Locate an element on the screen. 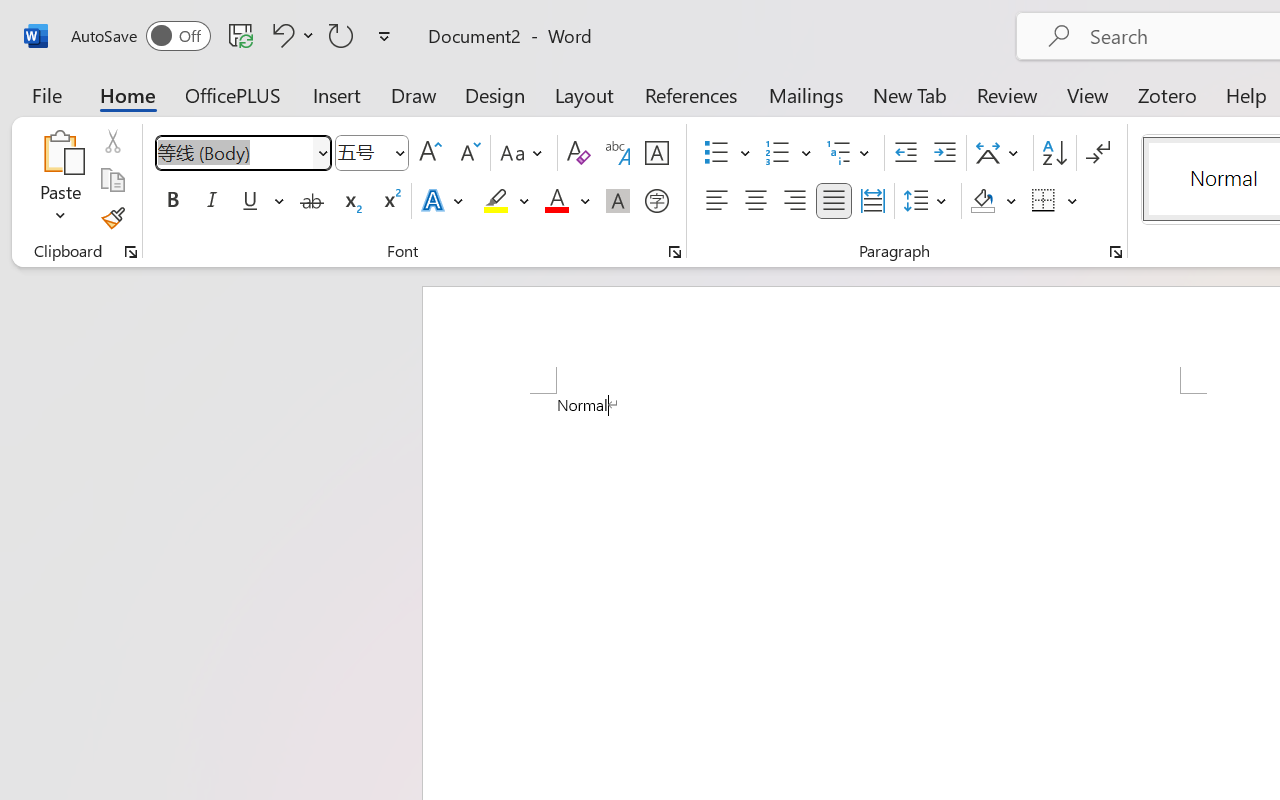 The width and height of the screenshot is (1280, 800). 'Bullets' is located at coordinates (726, 153).